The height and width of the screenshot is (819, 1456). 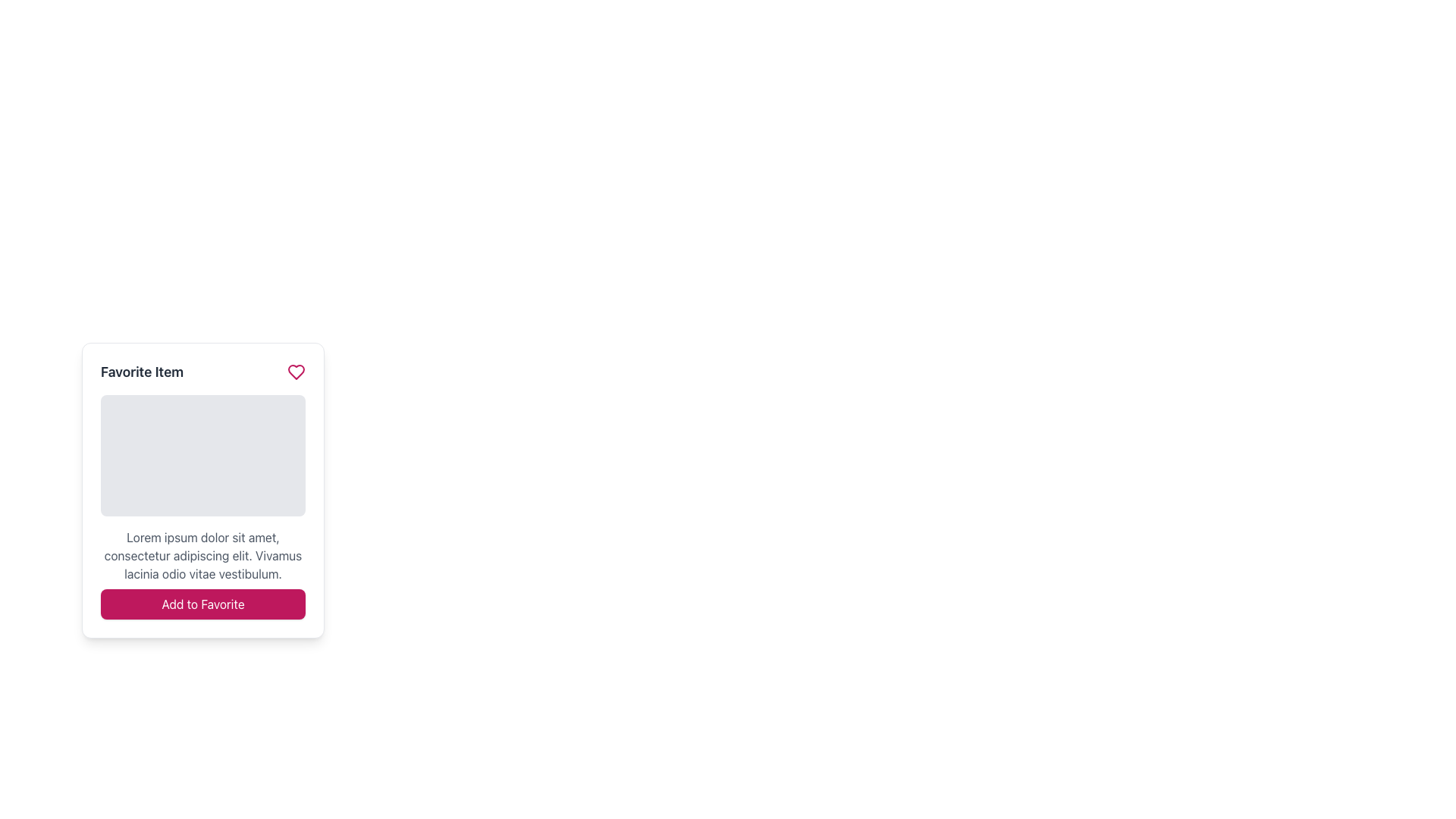 I want to click on the 'Favorite Item' text label, which is prominently displayed in a bold and larger font, indicating it might be the title of a section or item, so click(x=142, y=372).